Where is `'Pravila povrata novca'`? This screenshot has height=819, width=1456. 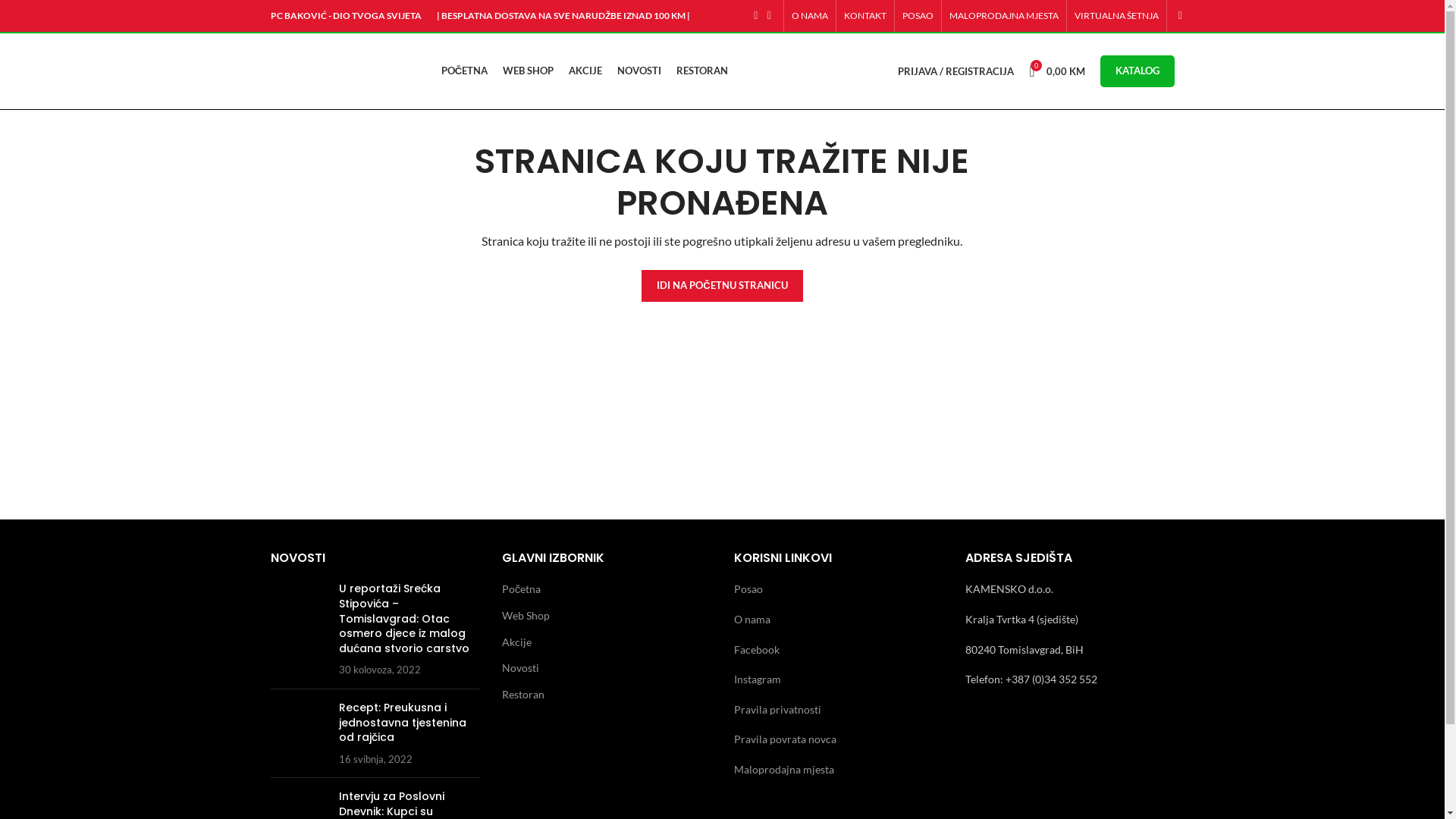
'Pravila povrata novca' is located at coordinates (785, 738).